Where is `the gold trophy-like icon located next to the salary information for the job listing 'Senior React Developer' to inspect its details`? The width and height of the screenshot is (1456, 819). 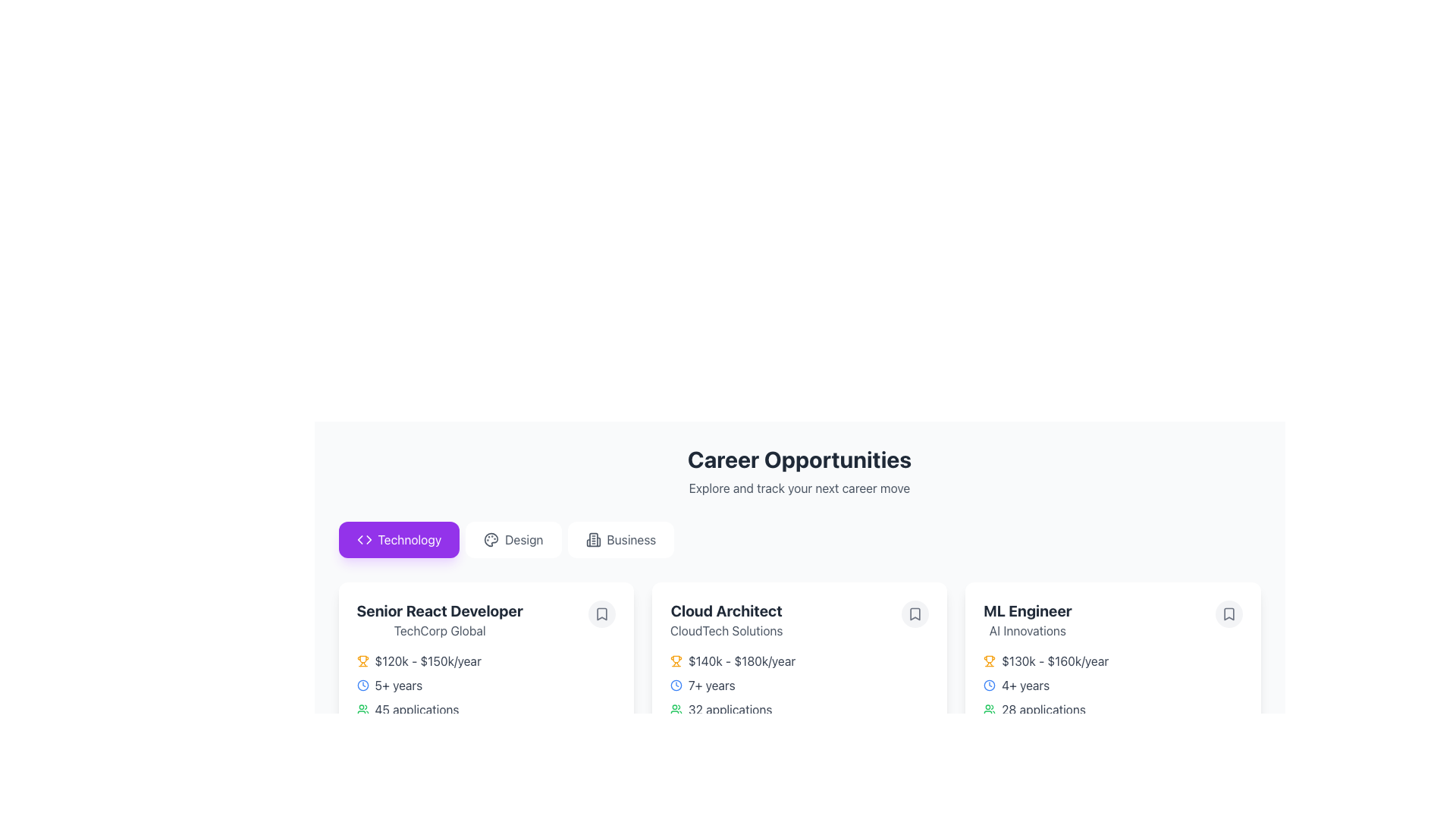
the gold trophy-like icon located next to the salary information for the job listing 'Senior React Developer' to inspect its details is located at coordinates (675, 658).